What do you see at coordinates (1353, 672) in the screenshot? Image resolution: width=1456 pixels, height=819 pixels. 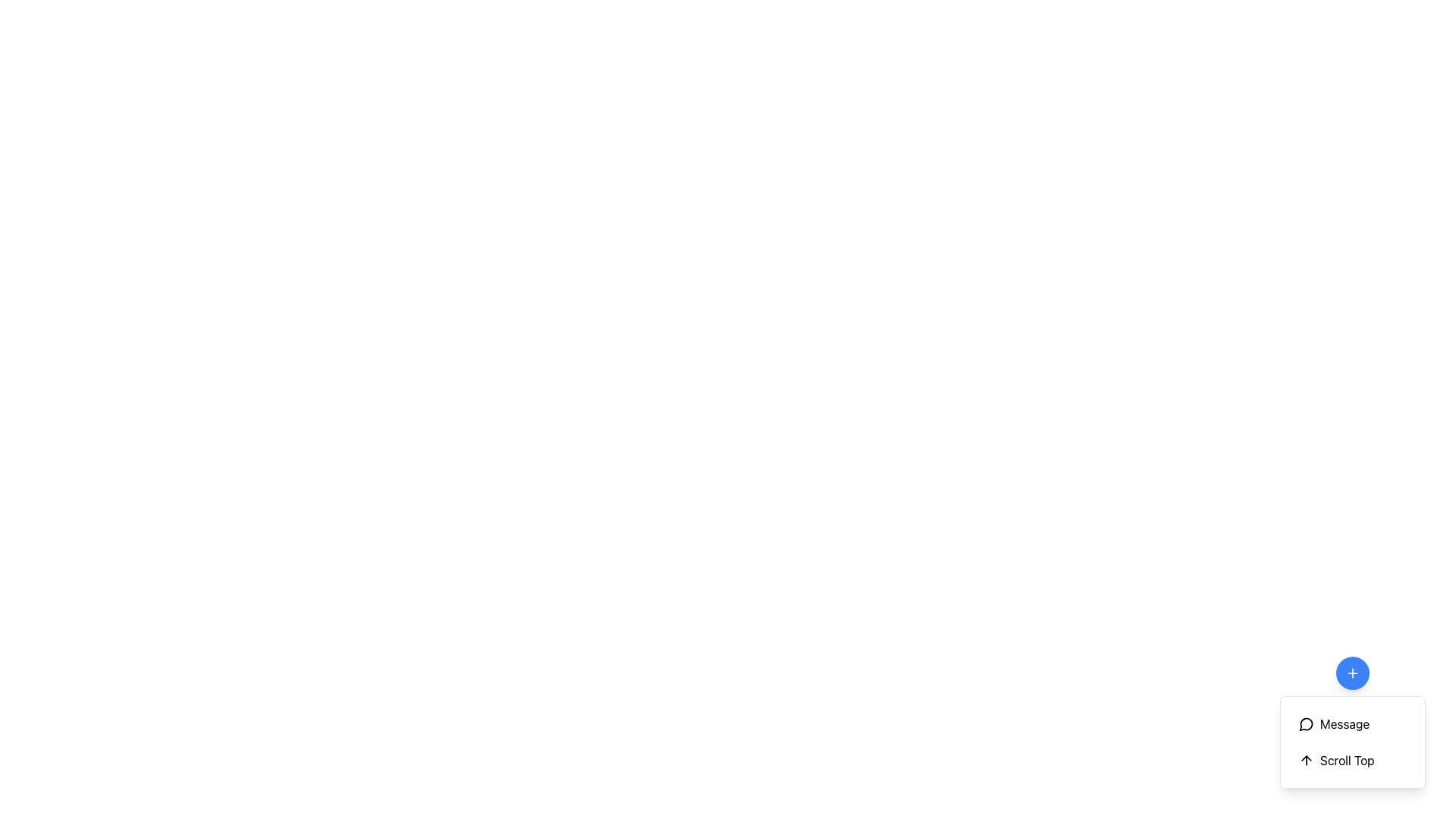 I see `the blue circular button representing addition or creation, located at the bottom-right corner of the interface, directly above the pop-up menu options 'Message' and 'Scroll Top'` at bounding box center [1353, 672].